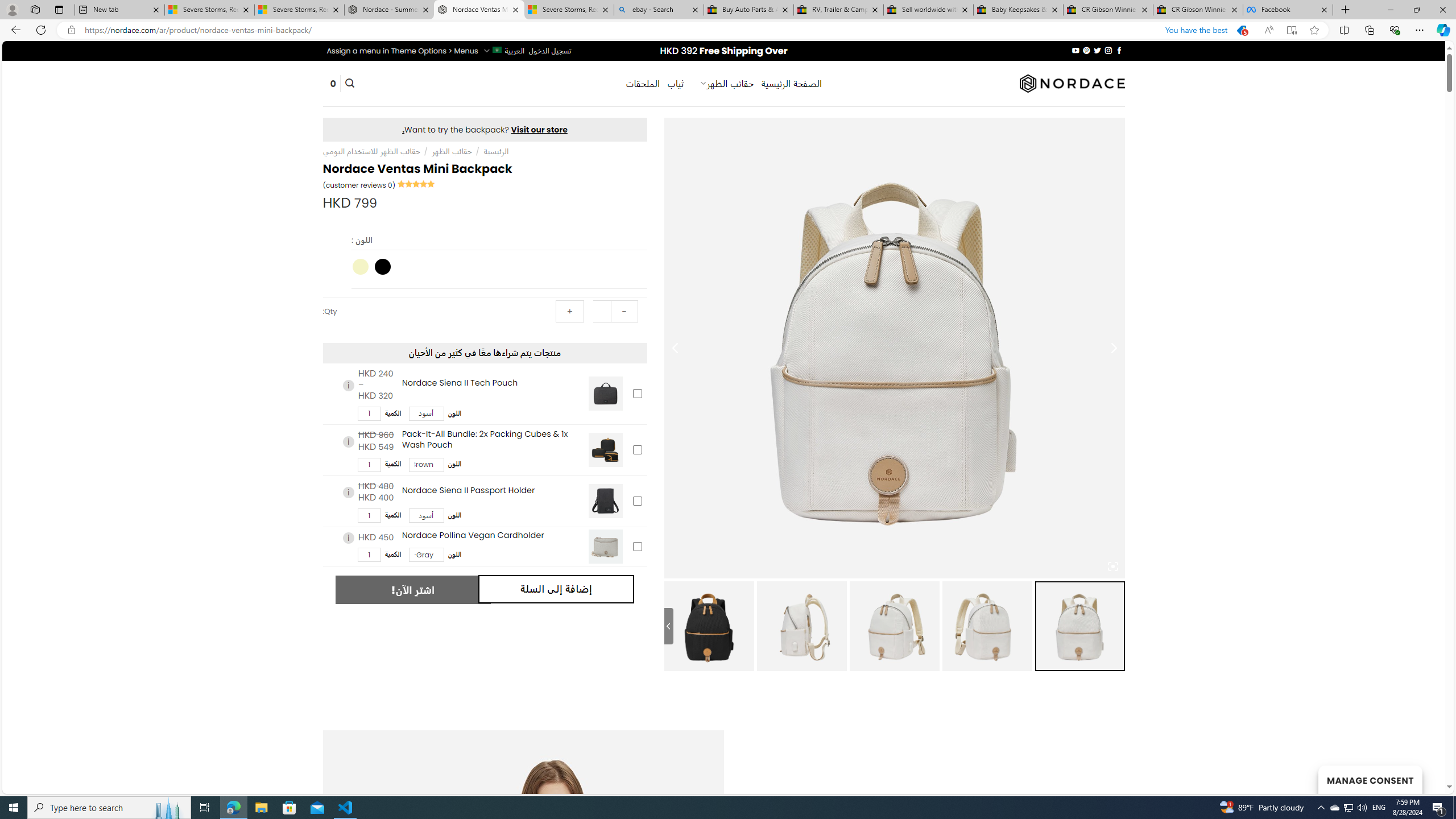 The image size is (1456, 819). Describe the element at coordinates (605, 449) in the screenshot. I see `'Pack-It-All Bundle: 2x Packing Cubes & 1x Wash Pouch'` at that location.